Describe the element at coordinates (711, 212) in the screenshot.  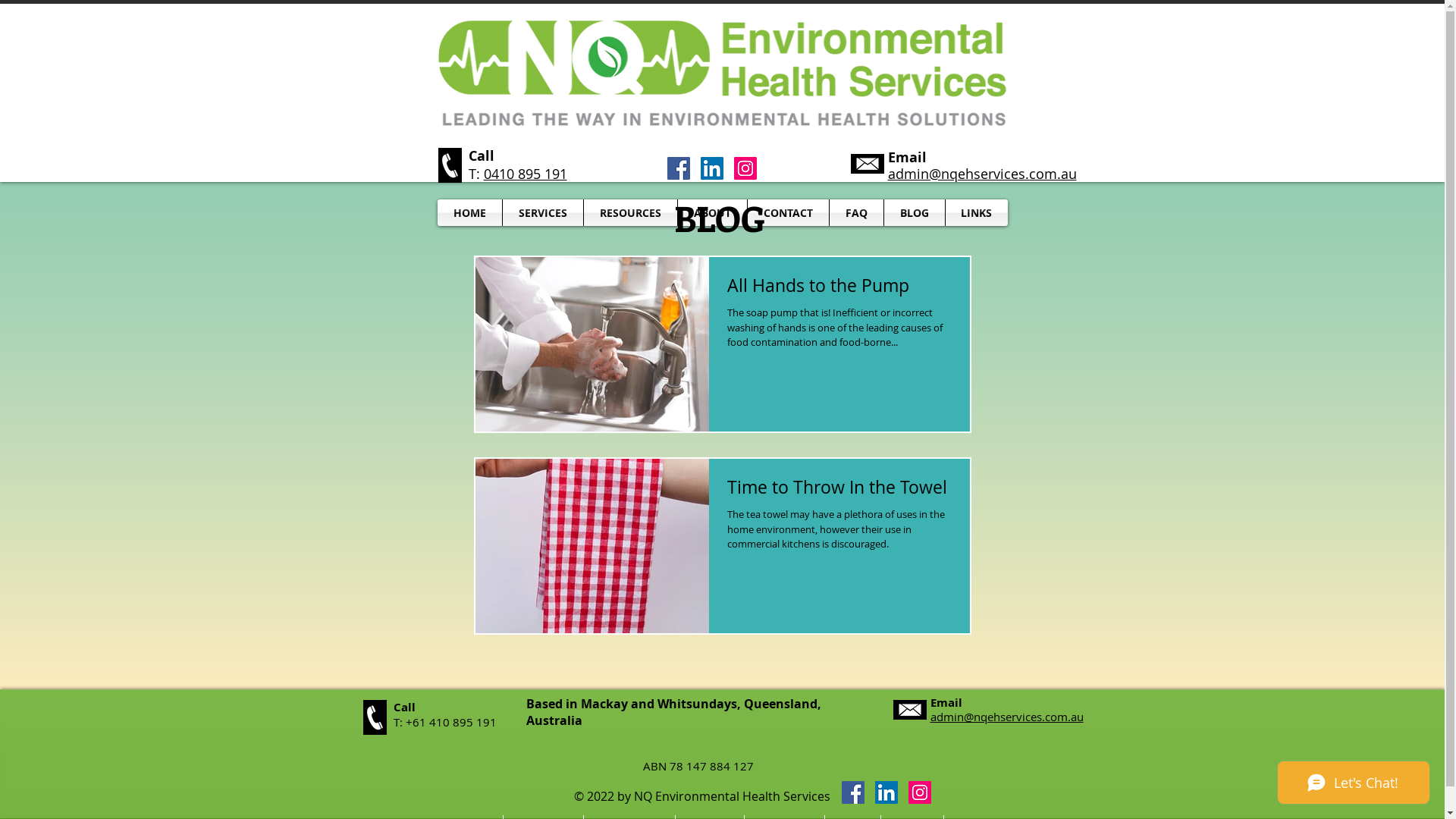
I see `'ABOUT'` at that location.